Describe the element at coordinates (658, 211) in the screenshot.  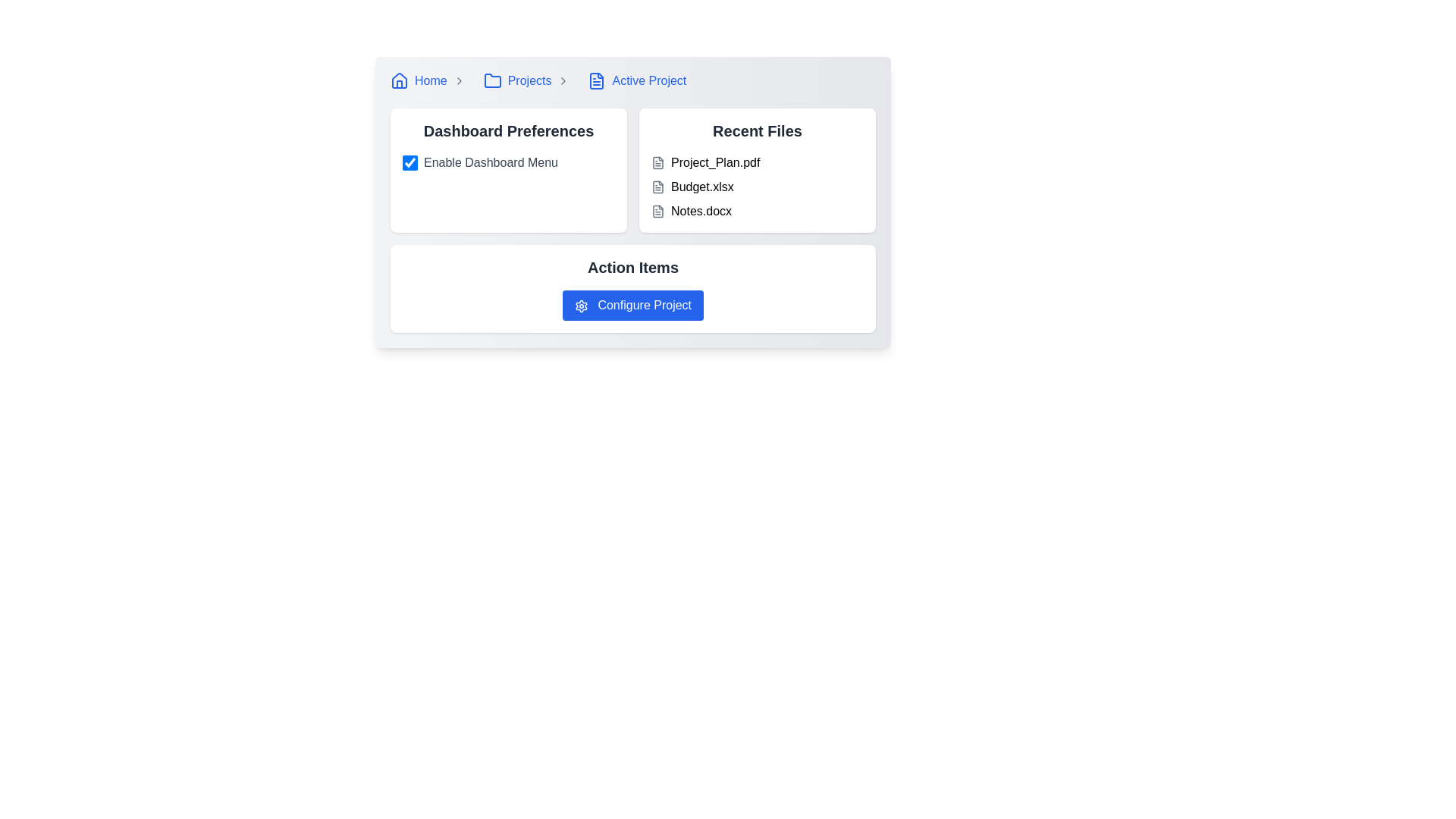
I see `the document file icon associated with 'Notes.docx' located in the 'Recent Files' section of the interface` at that location.